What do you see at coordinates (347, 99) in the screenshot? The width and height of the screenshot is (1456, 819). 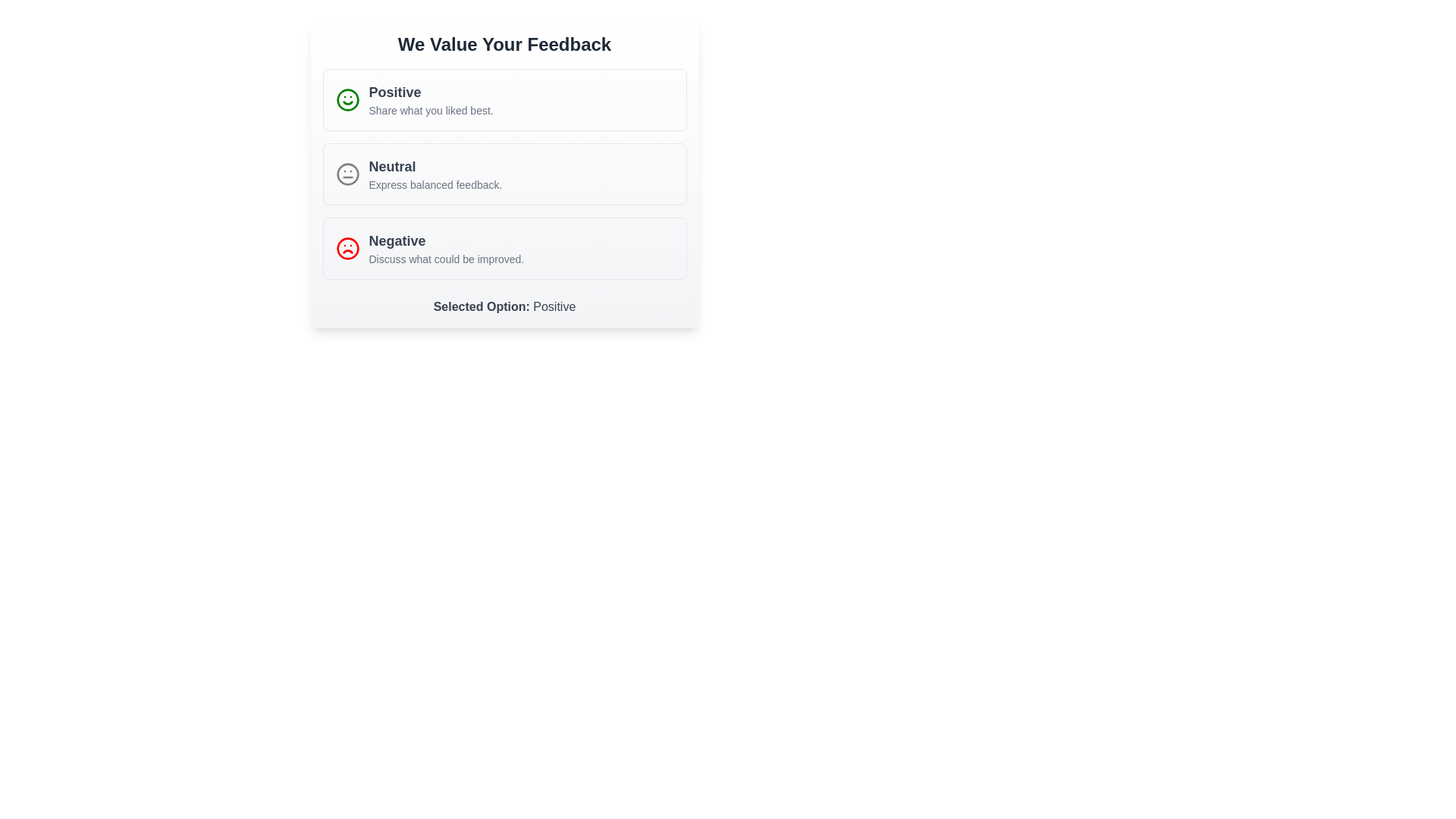 I see `the 'Positive' feedback icon, which is located in the first selection box labeled 'Positive' and positioned near the top-left corner of the interface` at bounding box center [347, 99].